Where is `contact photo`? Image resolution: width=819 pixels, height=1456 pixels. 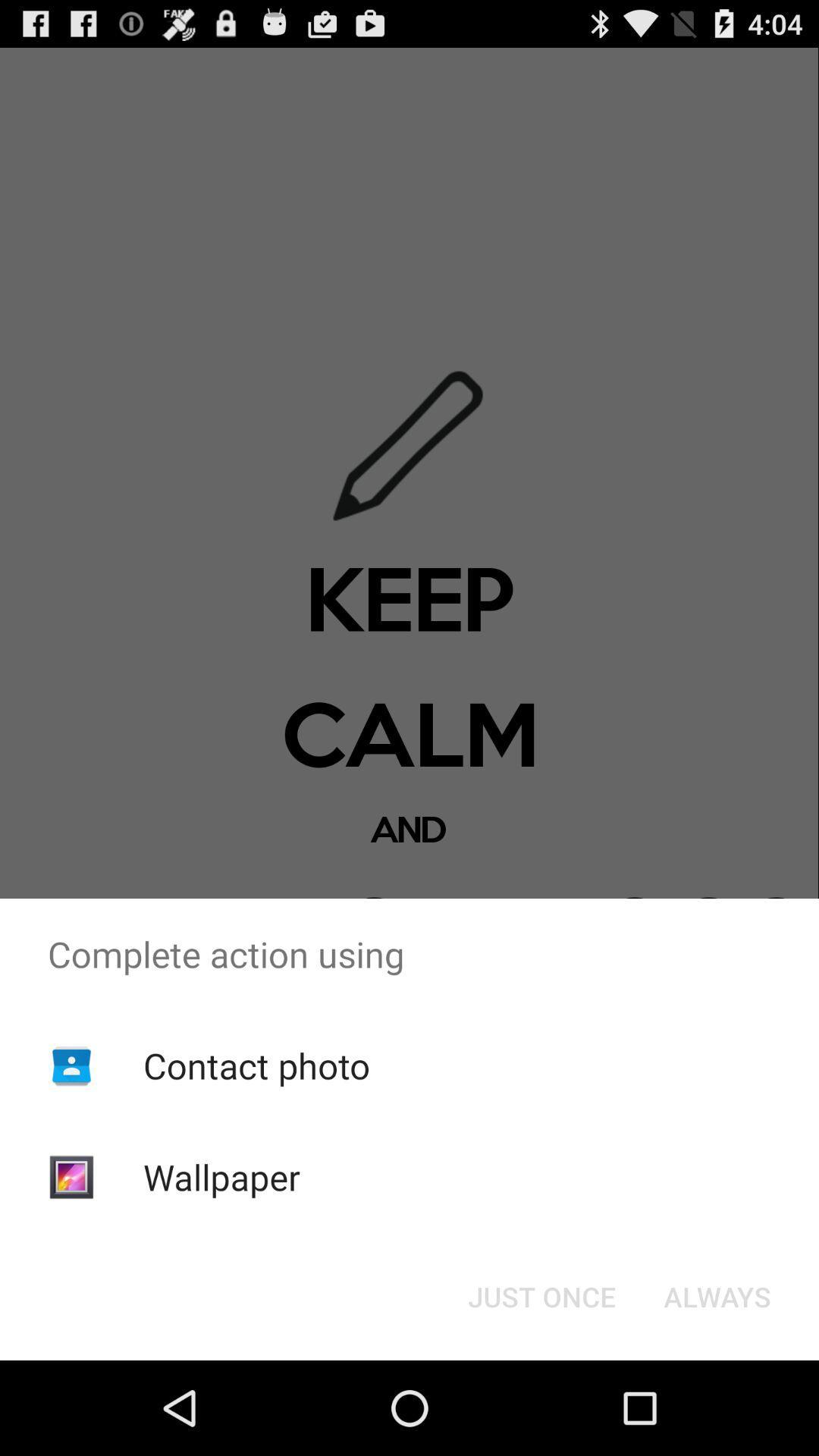 contact photo is located at coordinates (256, 1065).